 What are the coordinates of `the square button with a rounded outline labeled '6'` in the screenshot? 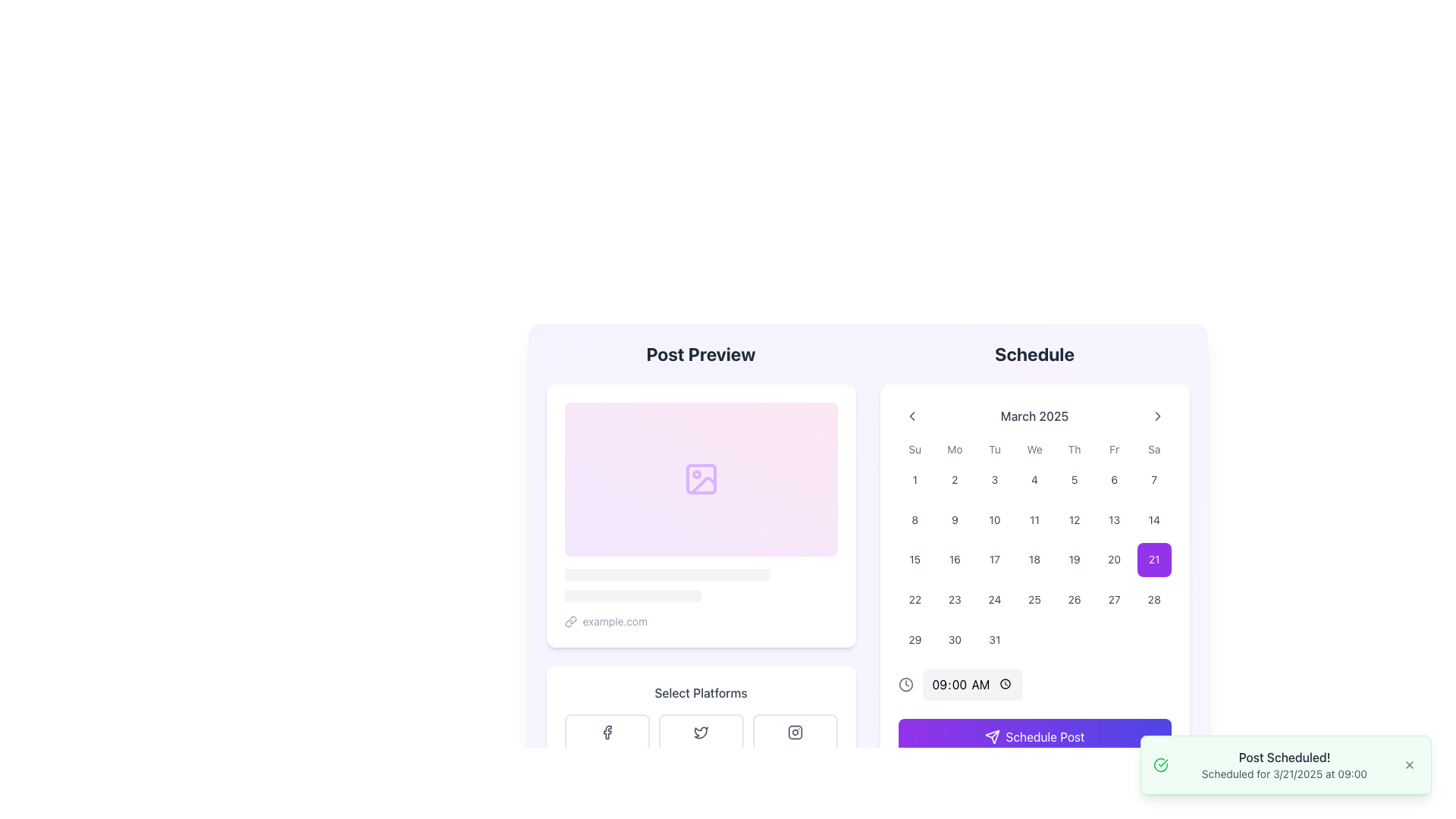 It's located at (1114, 480).